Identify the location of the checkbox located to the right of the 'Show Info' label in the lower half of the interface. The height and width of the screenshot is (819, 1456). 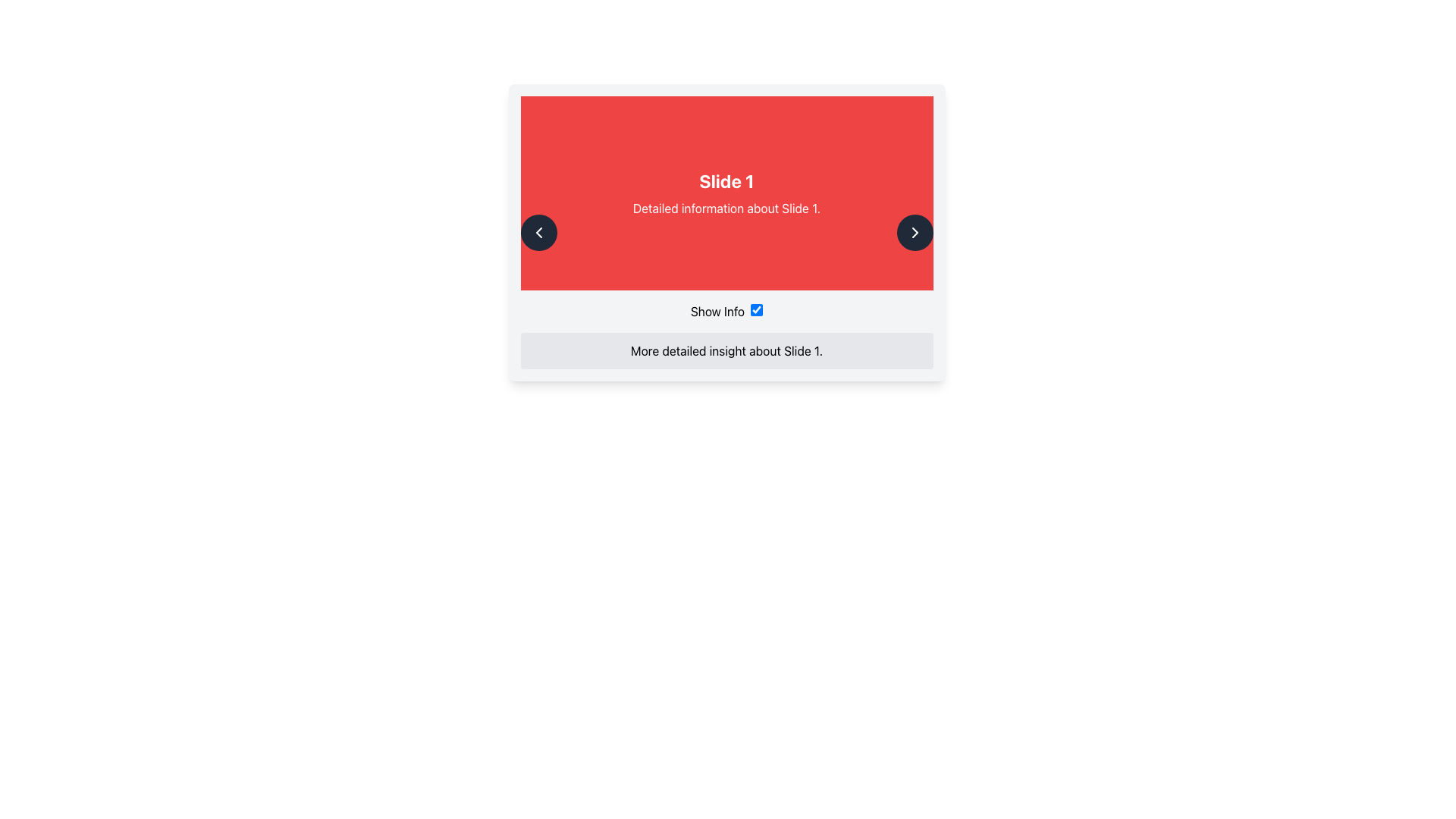
(757, 309).